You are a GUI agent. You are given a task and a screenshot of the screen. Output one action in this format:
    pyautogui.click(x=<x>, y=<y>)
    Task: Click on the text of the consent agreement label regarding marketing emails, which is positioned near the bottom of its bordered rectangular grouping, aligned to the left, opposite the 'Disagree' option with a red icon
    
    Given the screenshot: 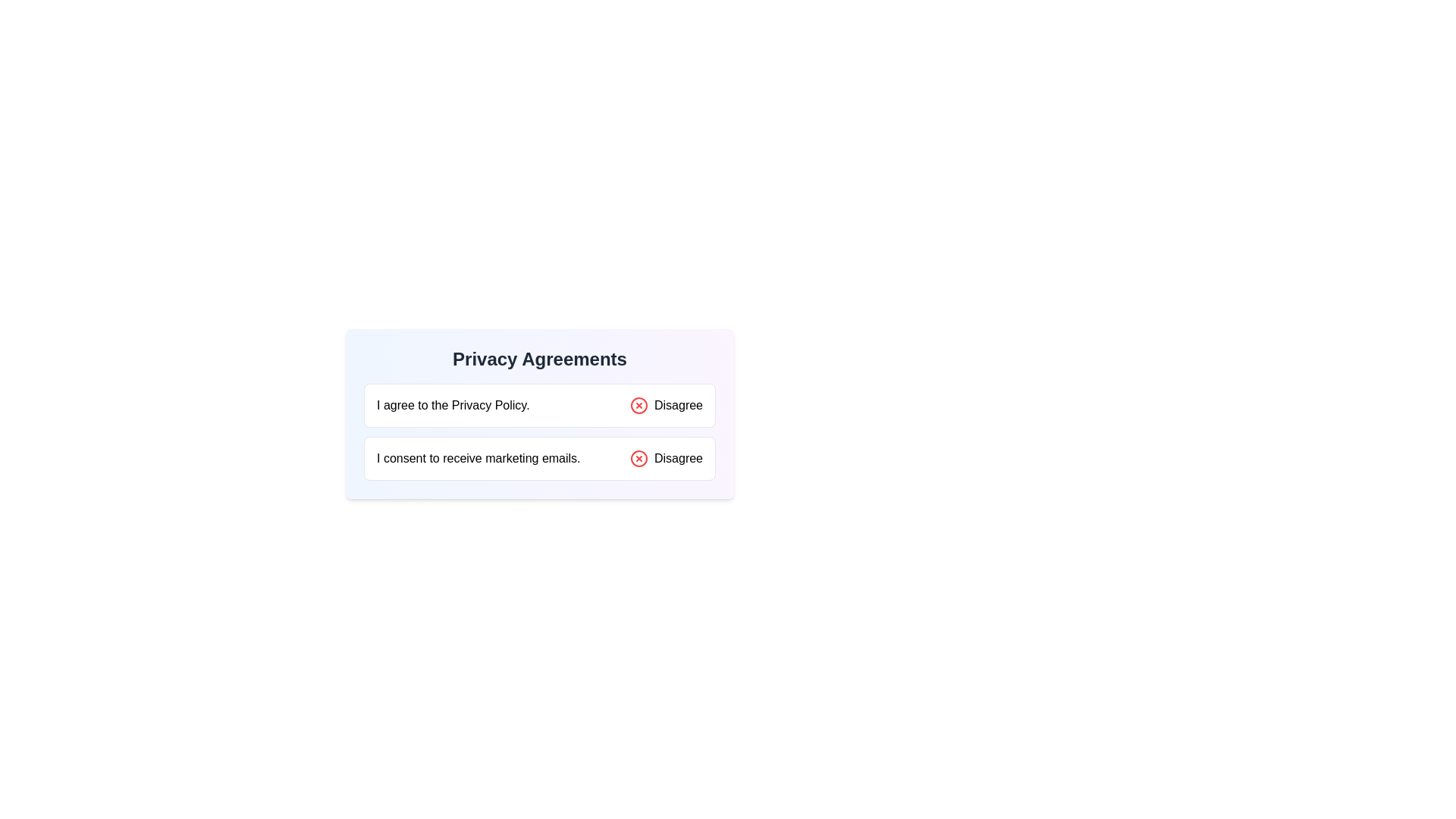 What is the action you would take?
    pyautogui.click(x=478, y=458)
    